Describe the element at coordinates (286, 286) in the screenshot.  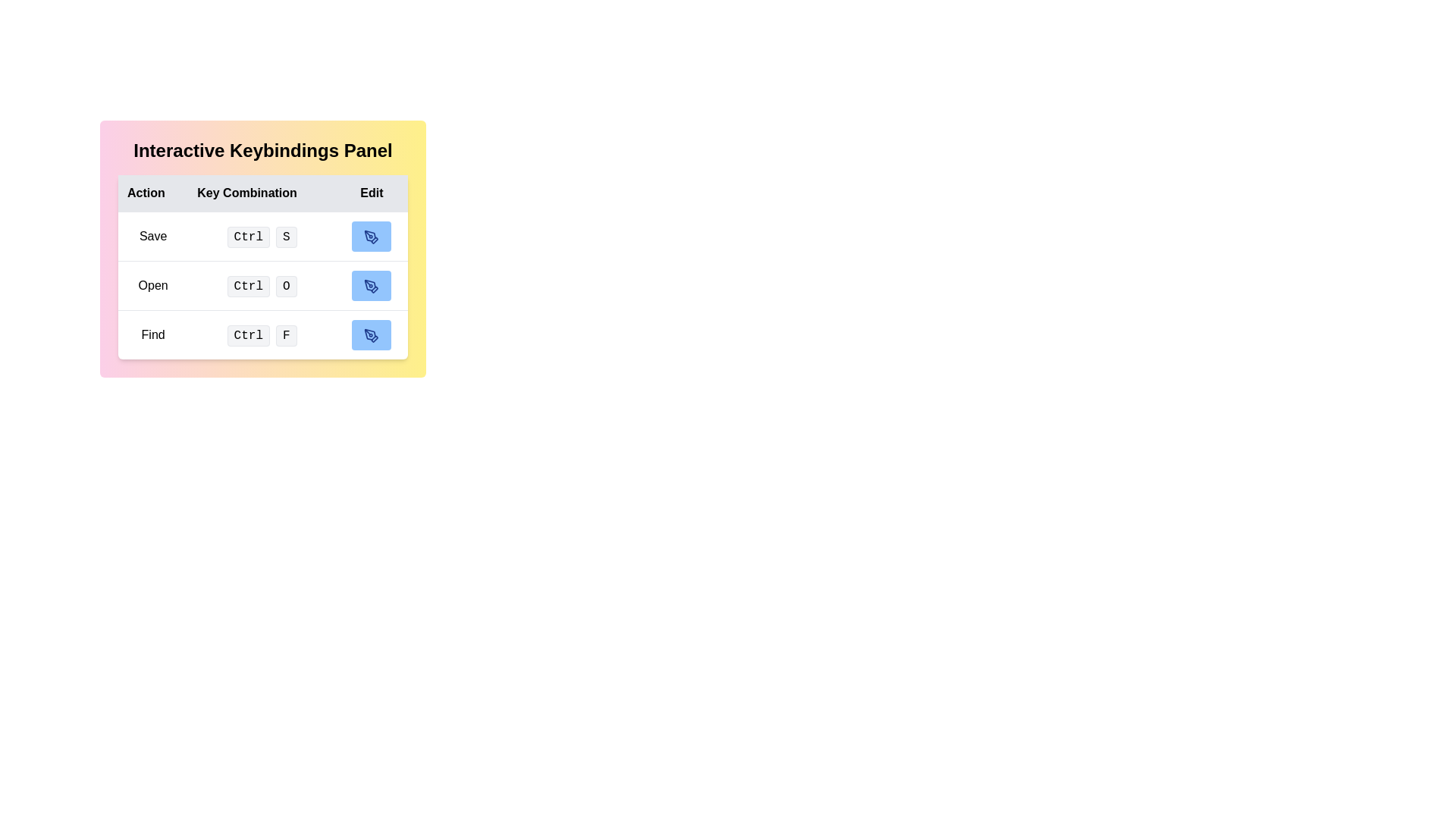
I see `the small rectangular button with rounded corners, featuring a light gray background, a thin border, and a centered bold black letter 'O', located in the 'Interactive Keybindings Panel' to the right of the 'Ctrl' button` at that location.